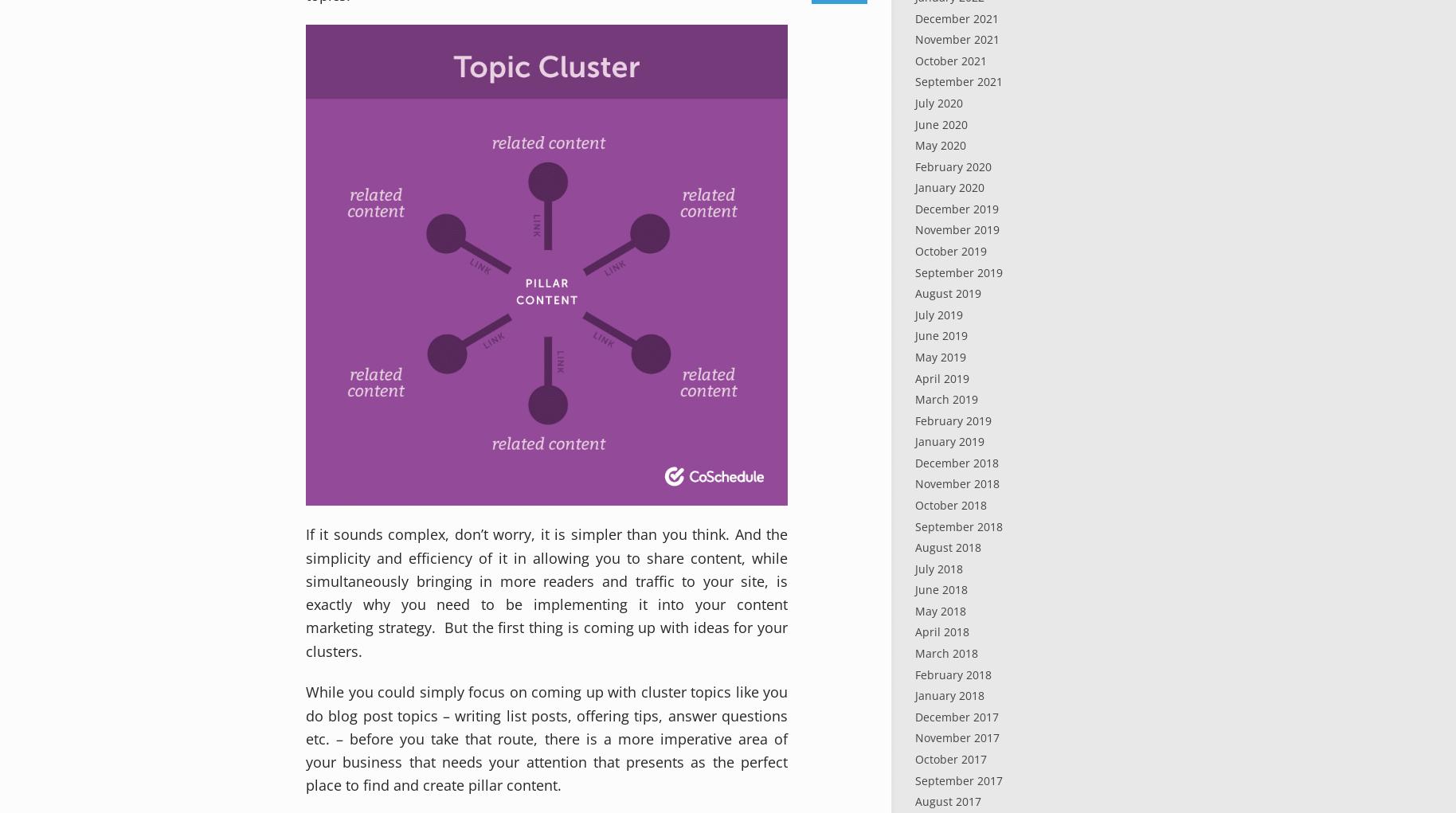  What do you see at coordinates (940, 123) in the screenshot?
I see `'June 2020'` at bounding box center [940, 123].